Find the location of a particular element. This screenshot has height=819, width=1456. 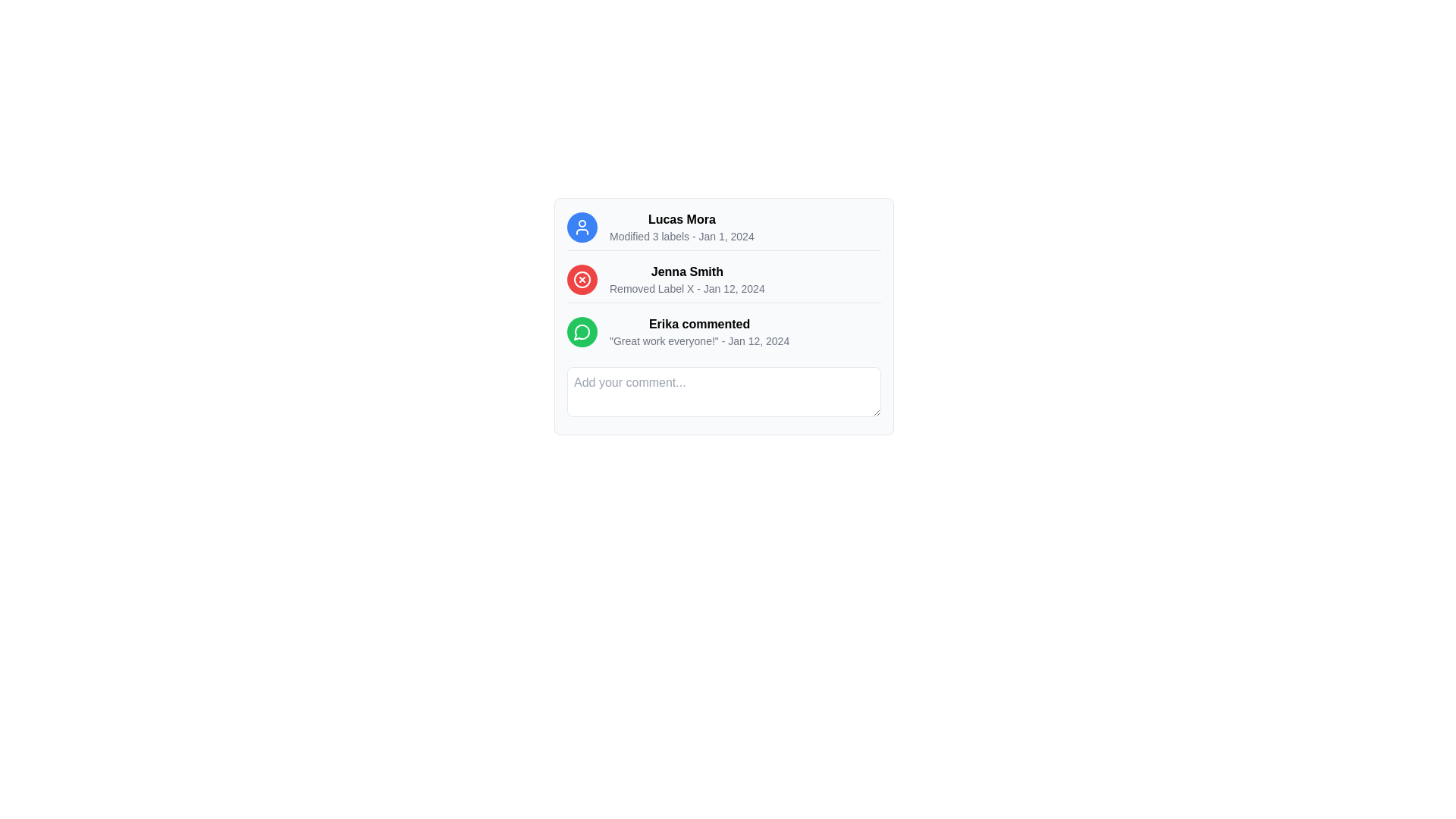

the label that identifies the person associated with the action, positioned between 'Lucas Mora' and 'Erika commented' as the second entry in the list is located at coordinates (686, 271).